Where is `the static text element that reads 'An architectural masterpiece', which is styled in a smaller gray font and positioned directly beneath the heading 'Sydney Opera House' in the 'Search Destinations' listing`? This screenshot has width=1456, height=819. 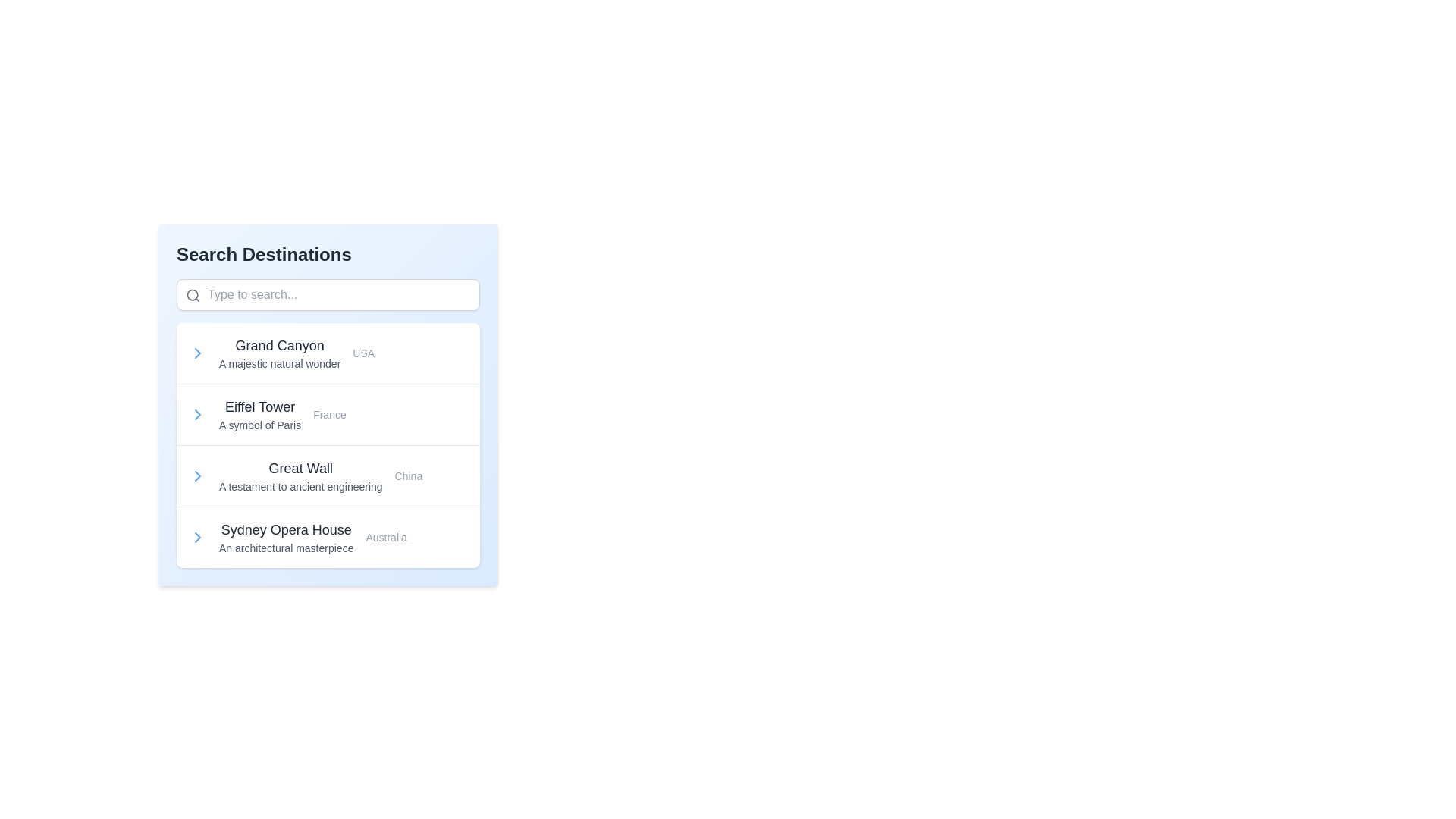 the static text element that reads 'An architectural masterpiece', which is styled in a smaller gray font and positioned directly beneath the heading 'Sydney Opera House' in the 'Search Destinations' listing is located at coordinates (286, 548).